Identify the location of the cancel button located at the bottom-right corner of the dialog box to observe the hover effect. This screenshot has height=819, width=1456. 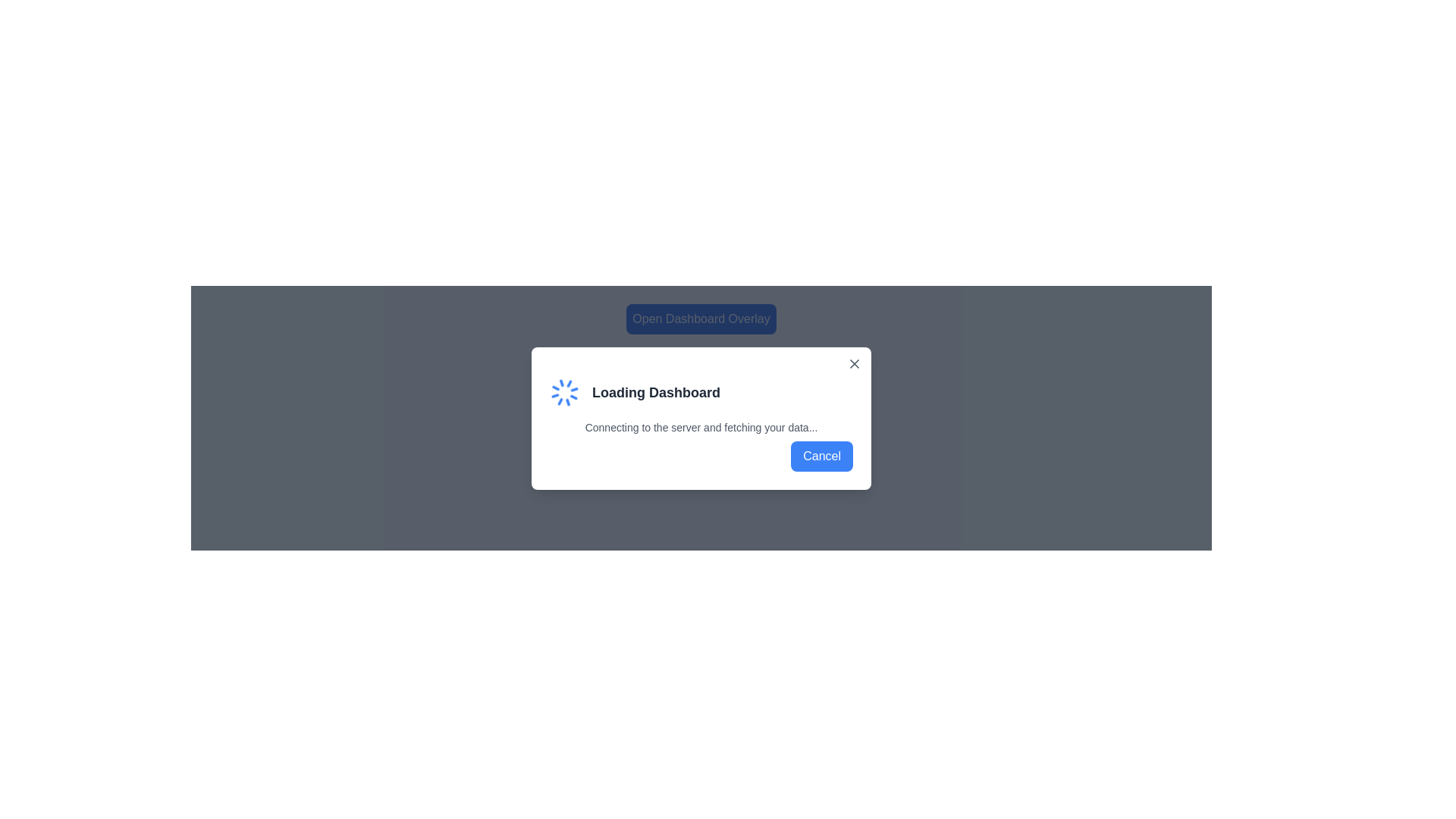
(821, 455).